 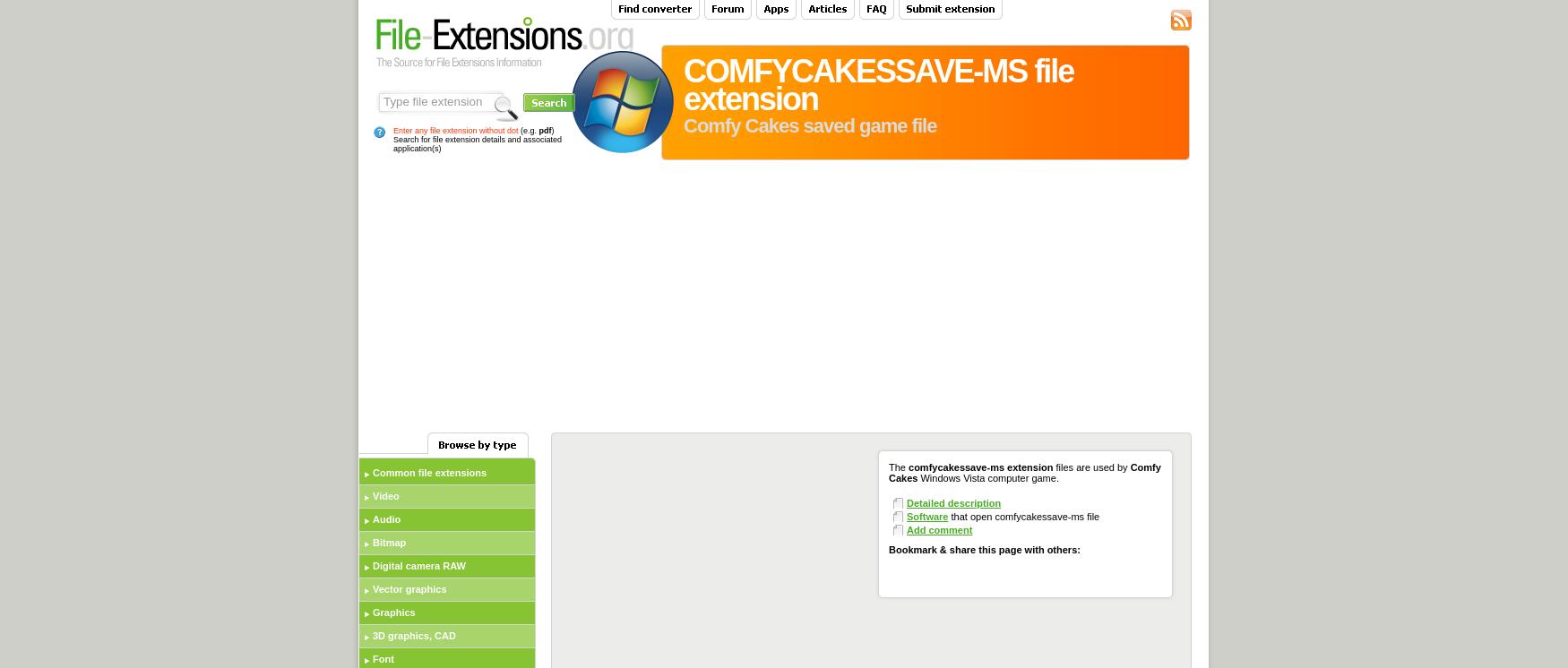 What do you see at coordinates (544, 129) in the screenshot?
I see `'pdf'` at bounding box center [544, 129].